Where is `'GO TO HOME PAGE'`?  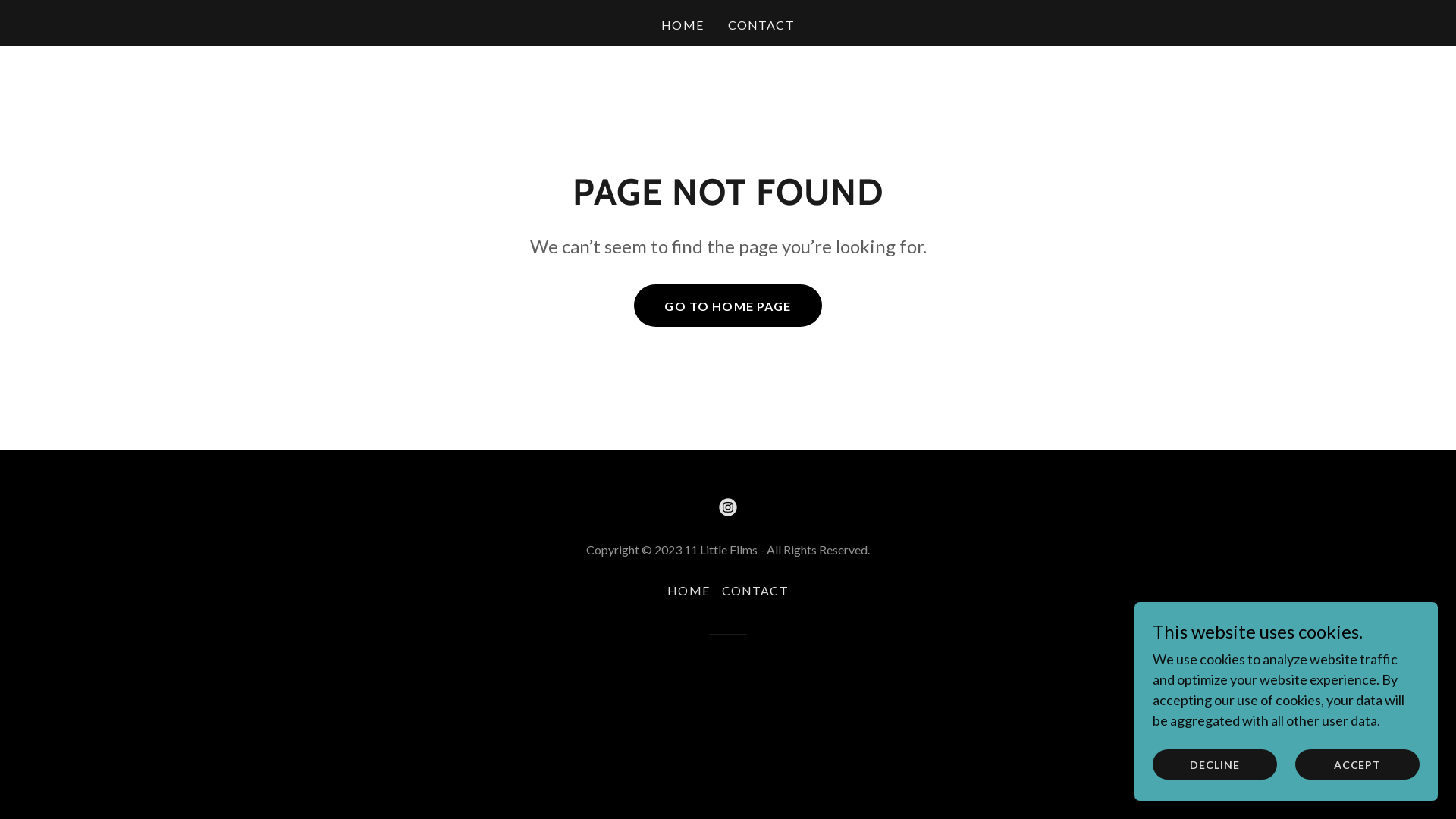 'GO TO HOME PAGE' is located at coordinates (633, 305).